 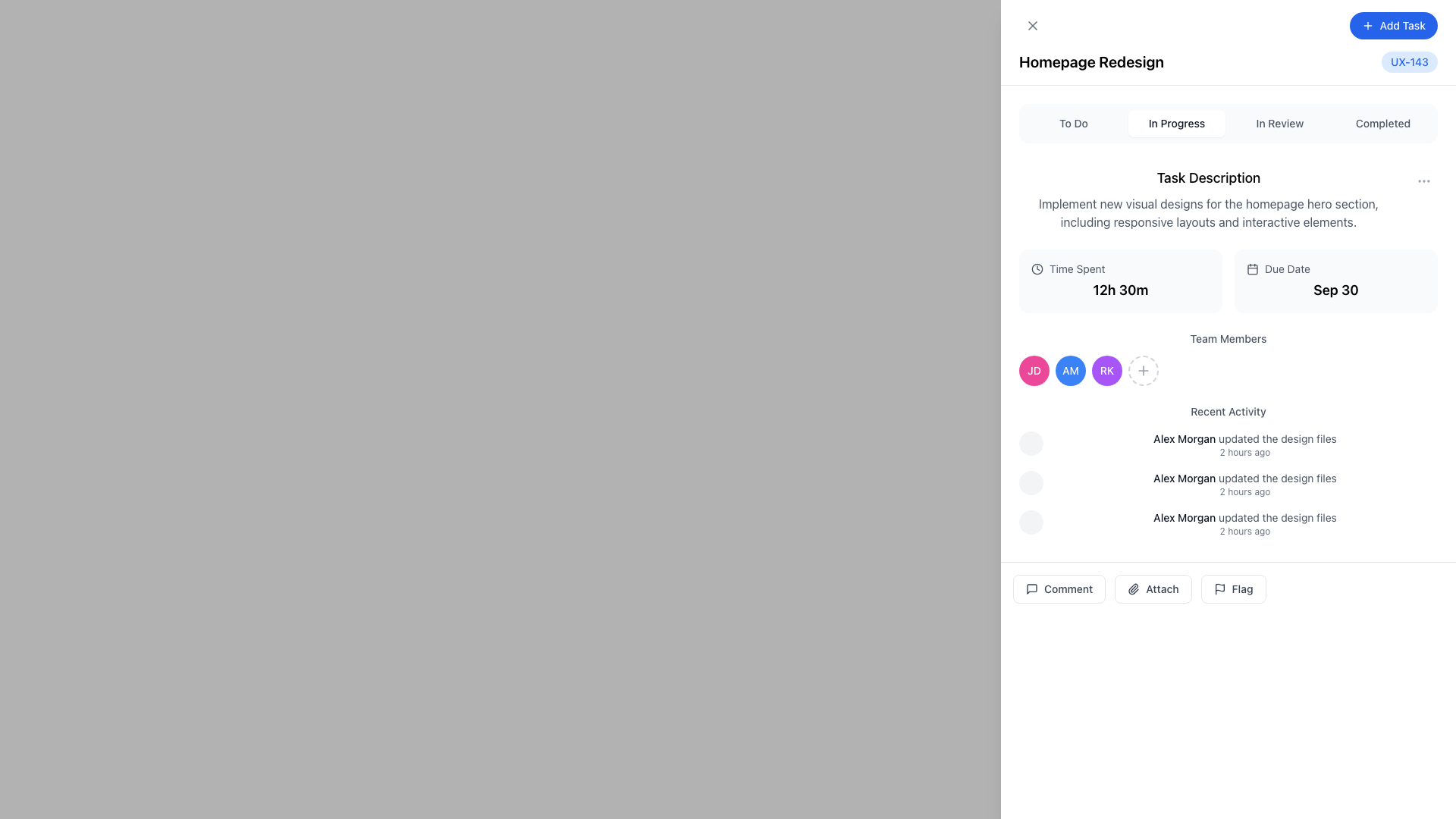 I want to click on first notification item in the 'Recent Activity' section, which provides updates related to the task, so click(x=1244, y=444).